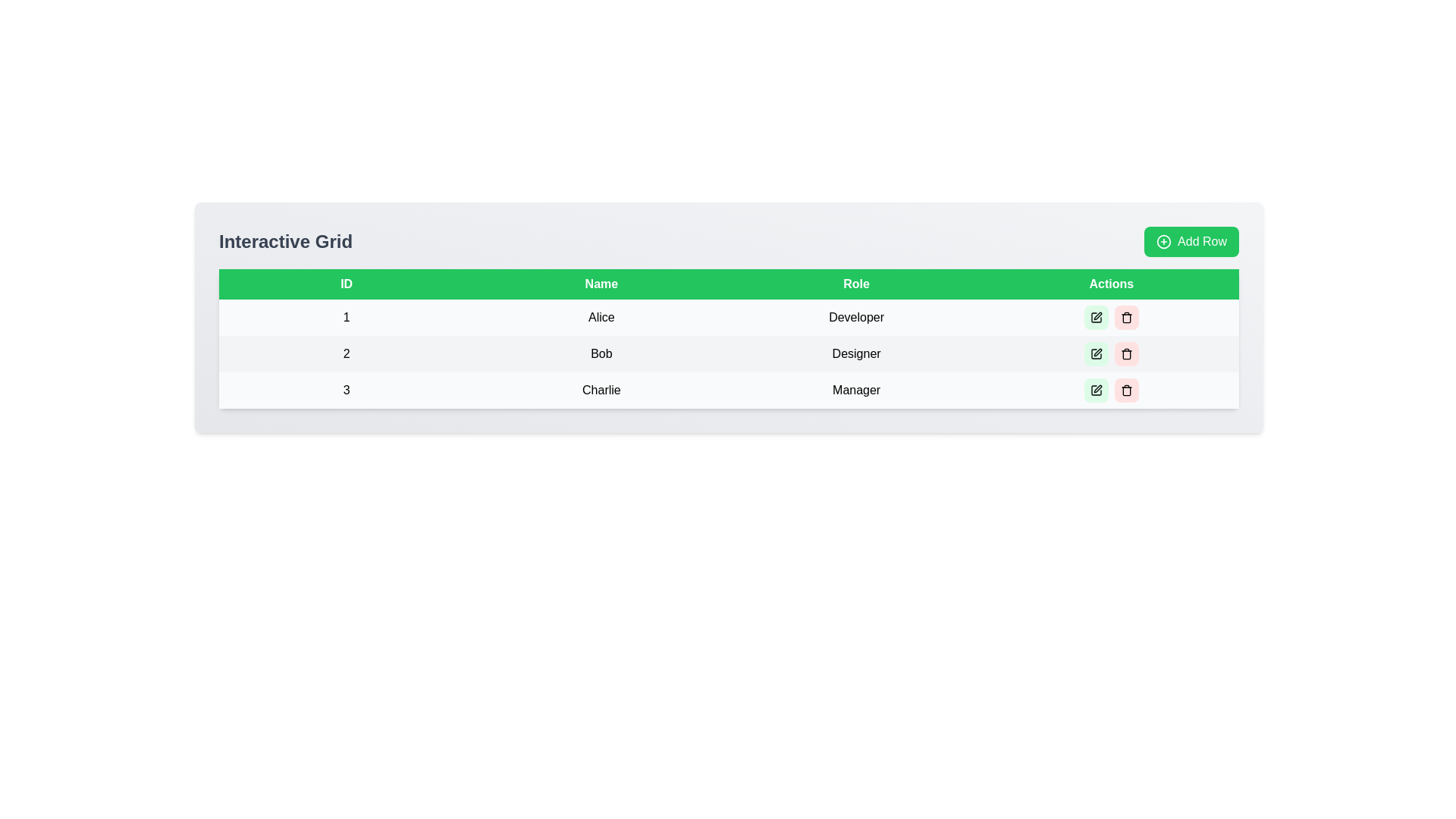 This screenshot has width=1456, height=819. I want to click on the static text element displaying 'Designer' located in the second row under the 'Role' column of a table layout, so click(856, 353).